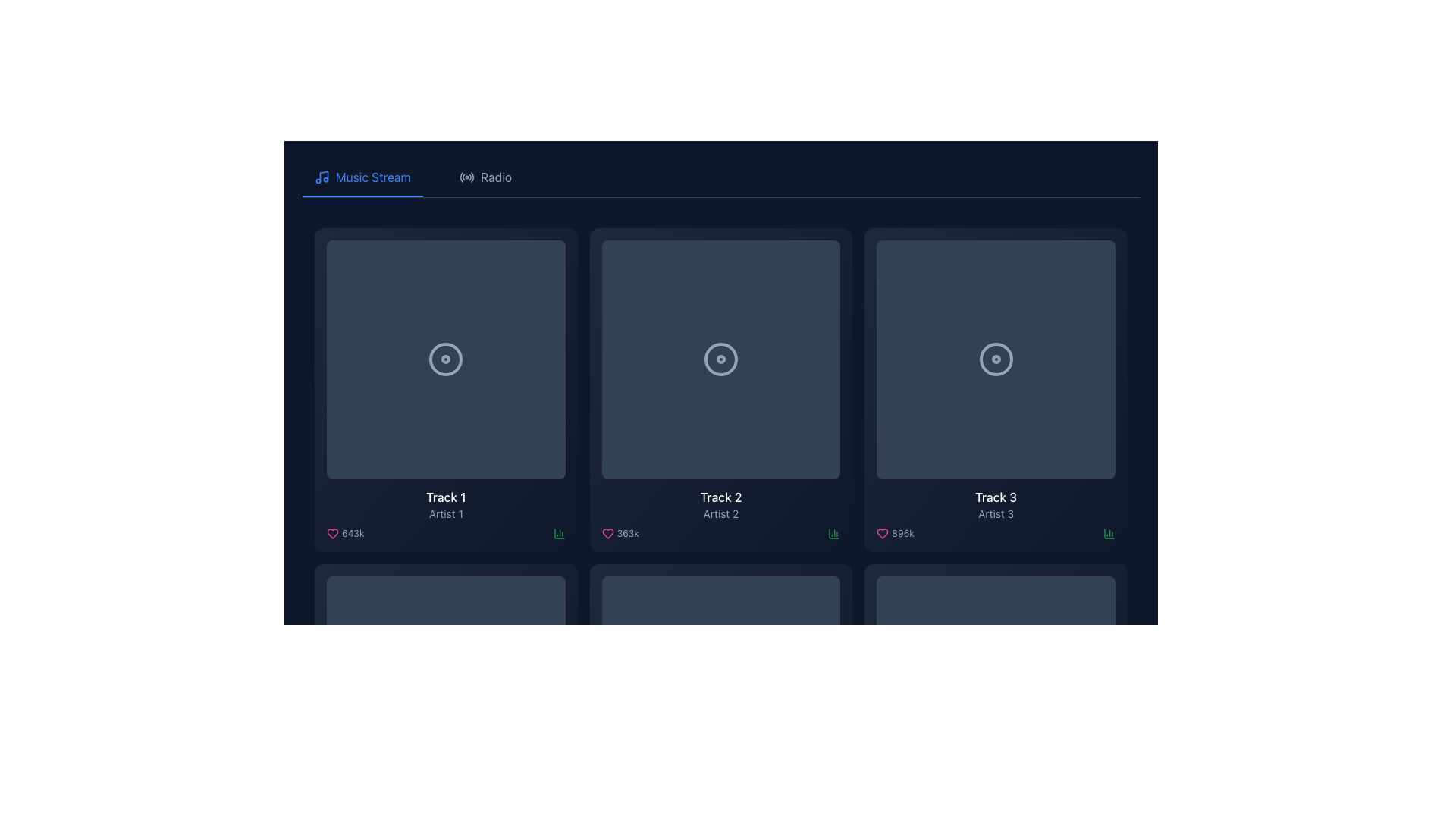 The width and height of the screenshot is (1456, 819). Describe the element at coordinates (833, 532) in the screenshot. I see `the bar chart icon located at the bottom right corner of the card for 'Track 1'` at that location.